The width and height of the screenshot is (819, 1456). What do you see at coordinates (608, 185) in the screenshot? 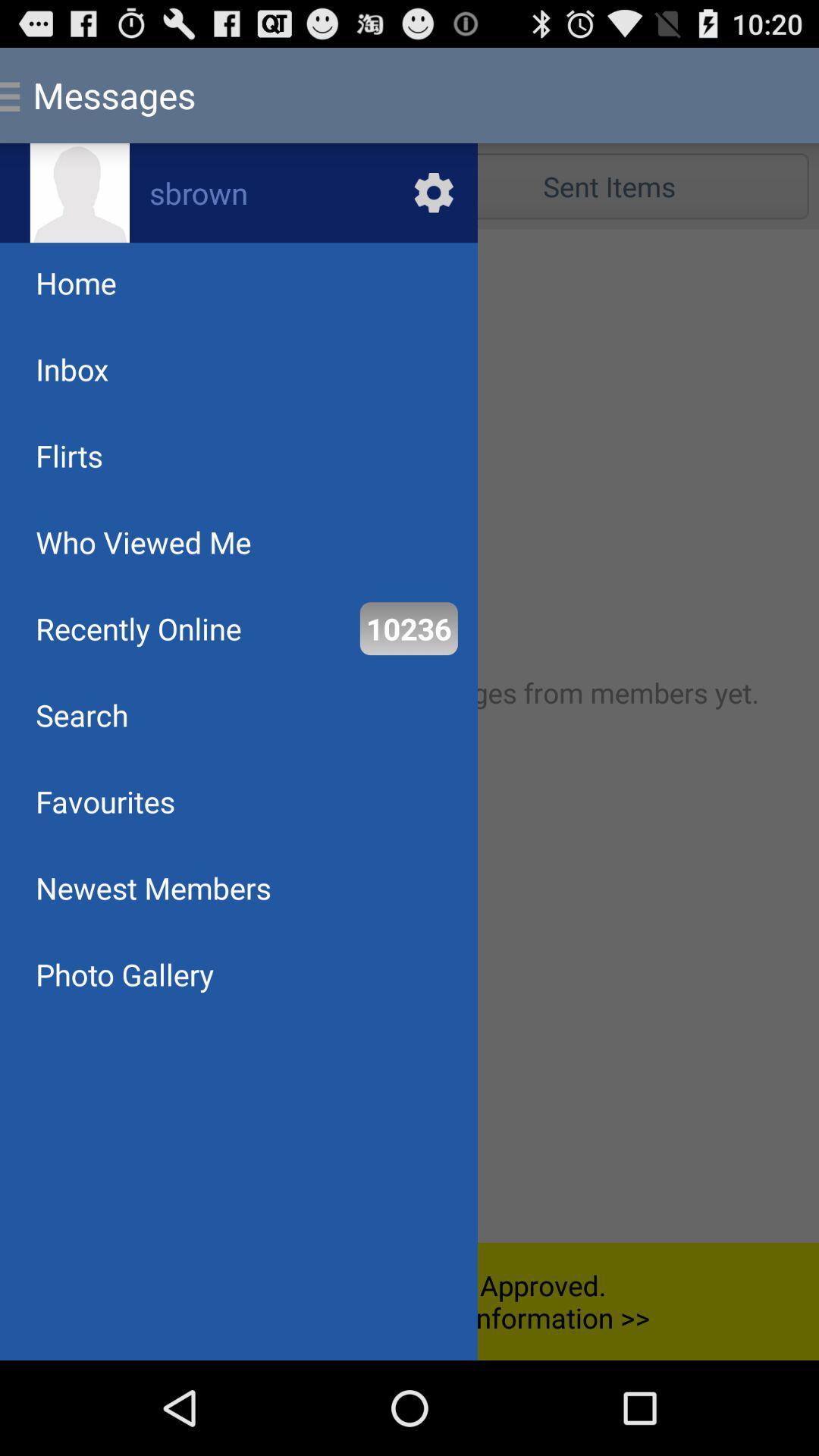
I see `sent items icon` at bounding box center [608, 185].